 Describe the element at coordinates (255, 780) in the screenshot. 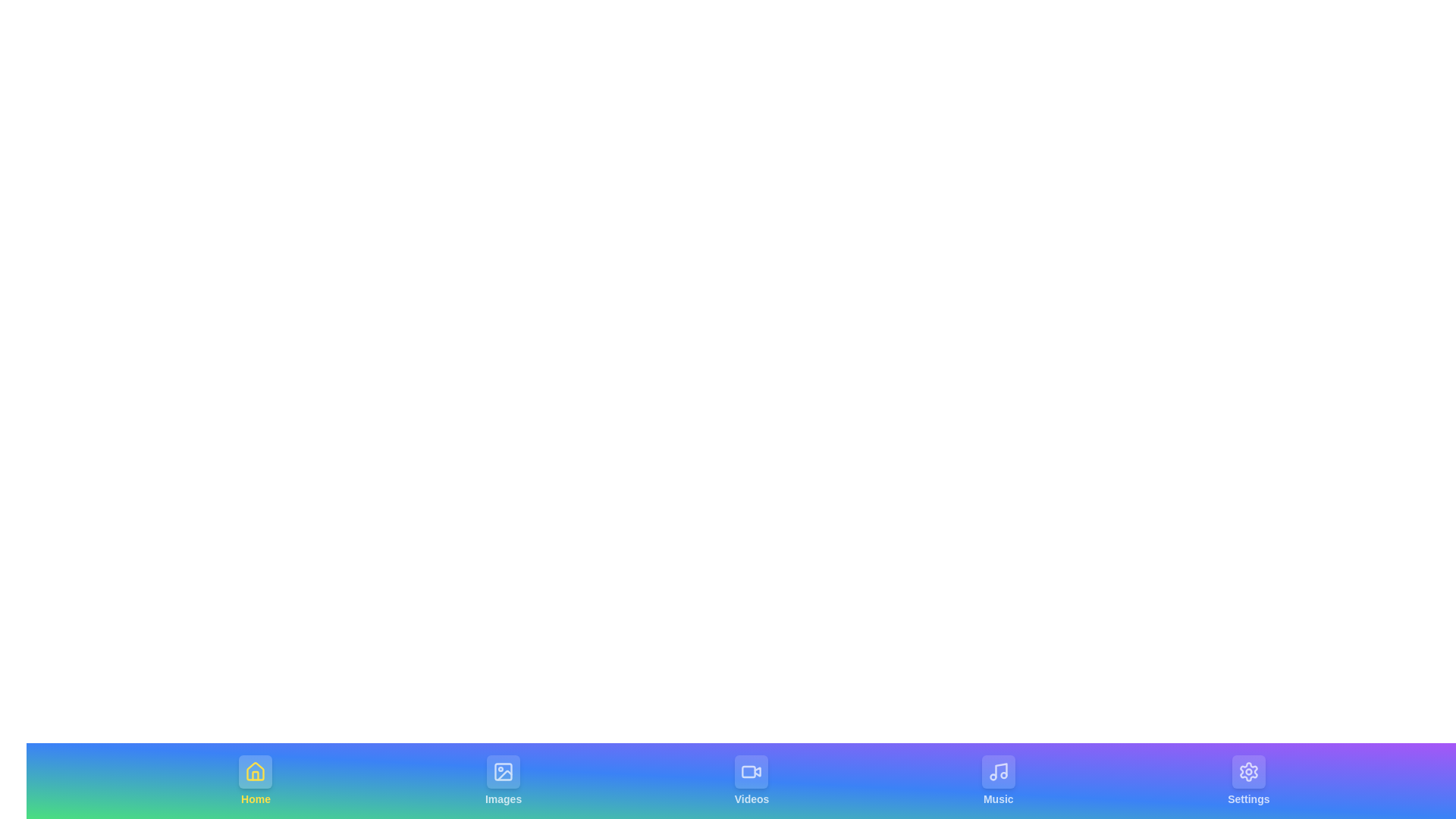

I see `the tab labeled Home by clicking on its center` at that location.